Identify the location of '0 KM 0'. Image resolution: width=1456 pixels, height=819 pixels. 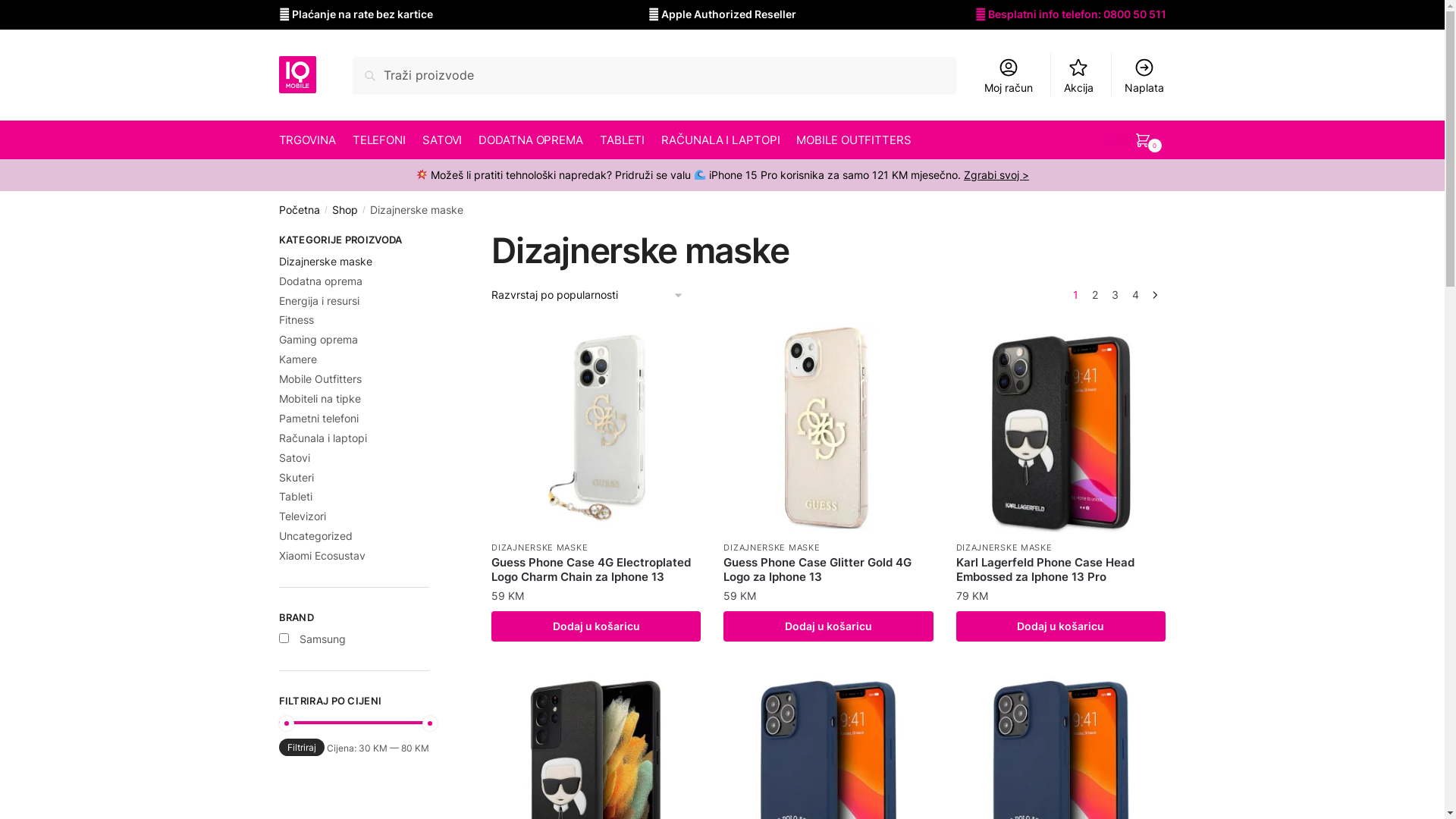
(1135, 140).